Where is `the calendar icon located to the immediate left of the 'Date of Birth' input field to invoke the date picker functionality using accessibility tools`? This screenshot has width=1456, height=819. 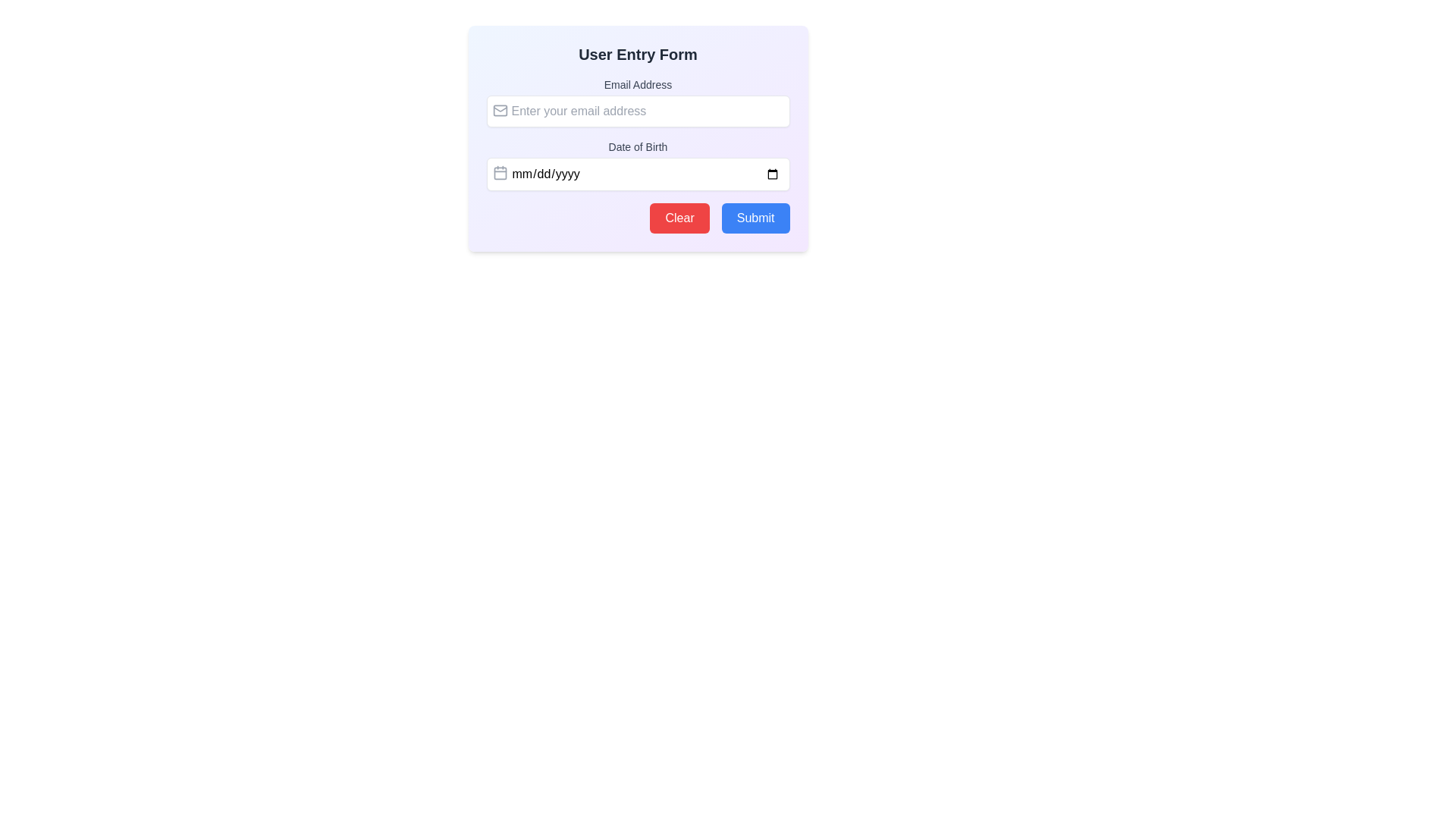 the calendar icon located to the immediate left of the 'Date of Birth' input field to invoke the date picker functionality using accessibility tools is located at coordinates (500, 171).